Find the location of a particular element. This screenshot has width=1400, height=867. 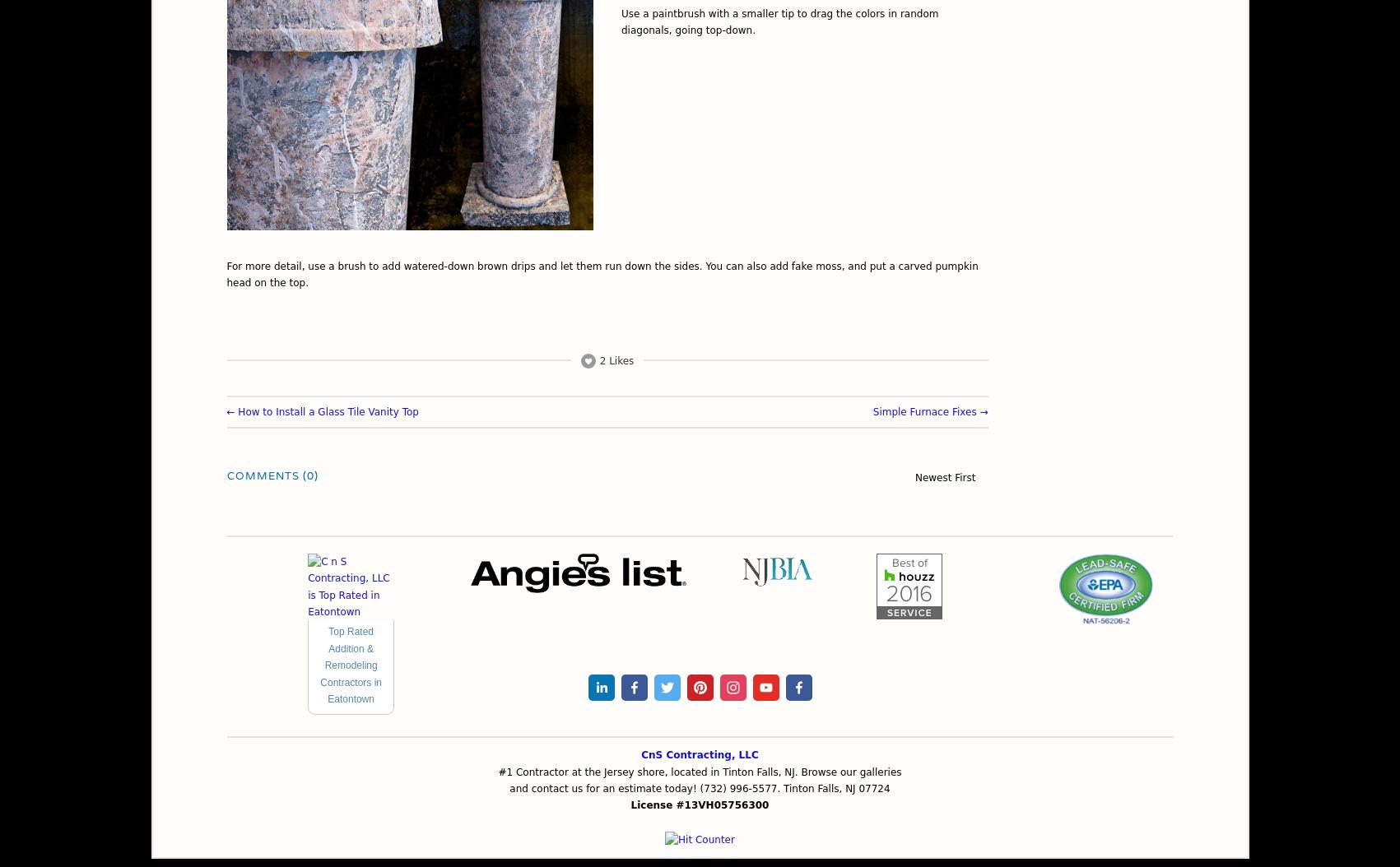

'Simple Furnace Fixes →' is located at coordinates (928, 410).